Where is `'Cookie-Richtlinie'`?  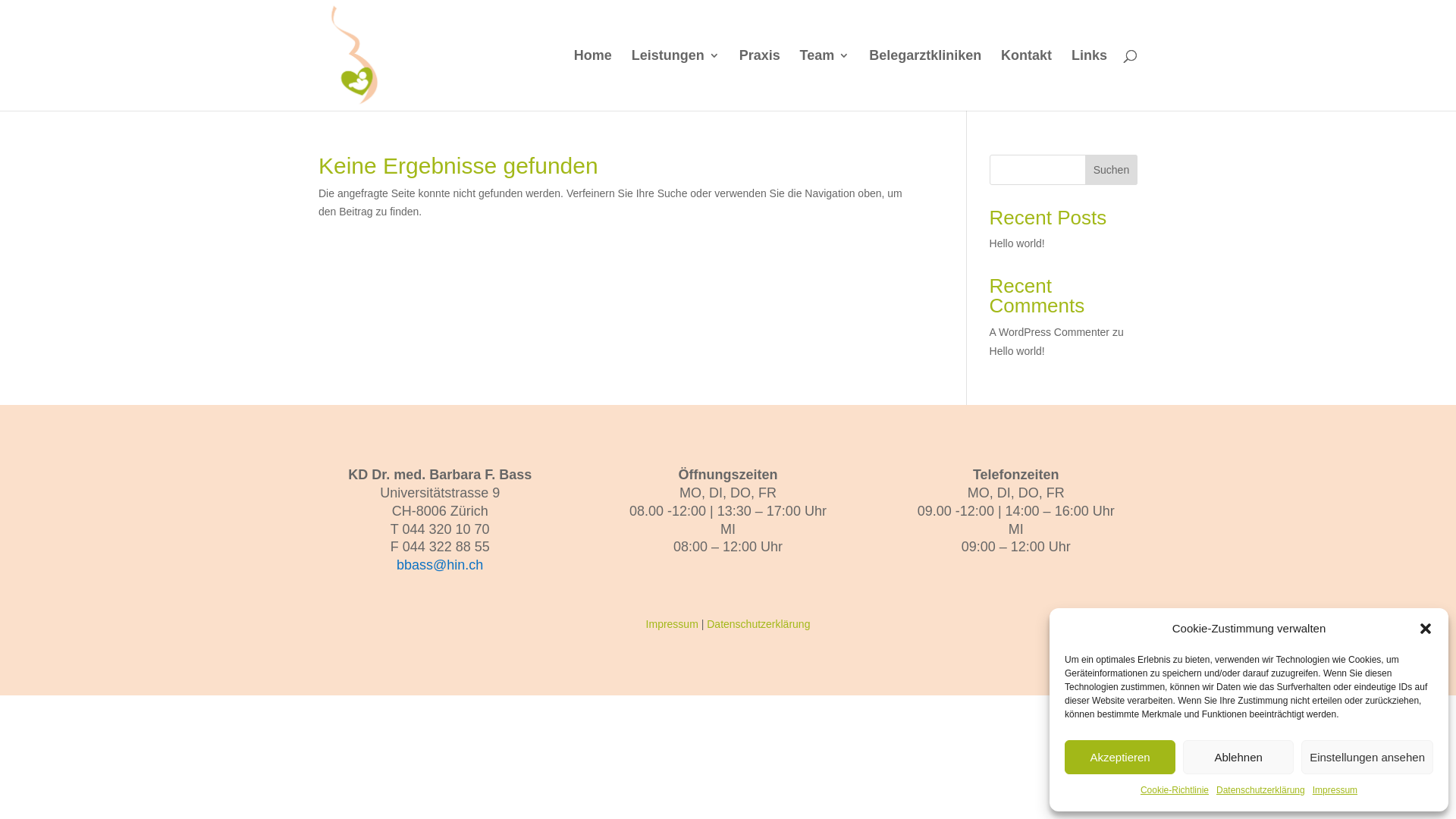
'Cookie-Richtlinie' is located at coordinates (1174, 789).